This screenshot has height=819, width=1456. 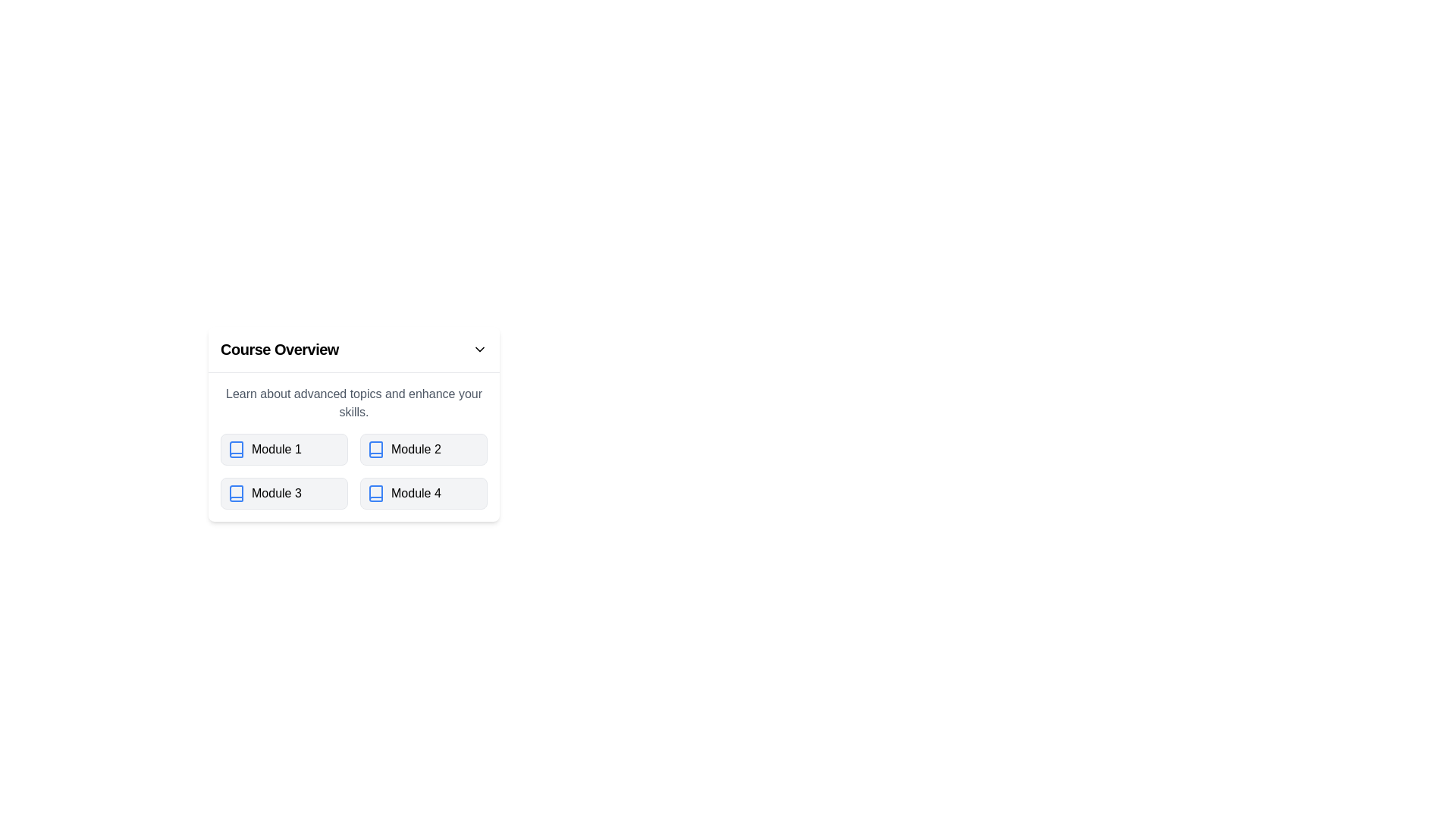 What do you see at coordinates (416, 449) in the screenshot?
I see `the Text Label that identifies the corresponding module represented by the button, located in the top-right quadrant of the grid layout, to provide context to the user about the linked content or feature` at bounding box center [416, 449].